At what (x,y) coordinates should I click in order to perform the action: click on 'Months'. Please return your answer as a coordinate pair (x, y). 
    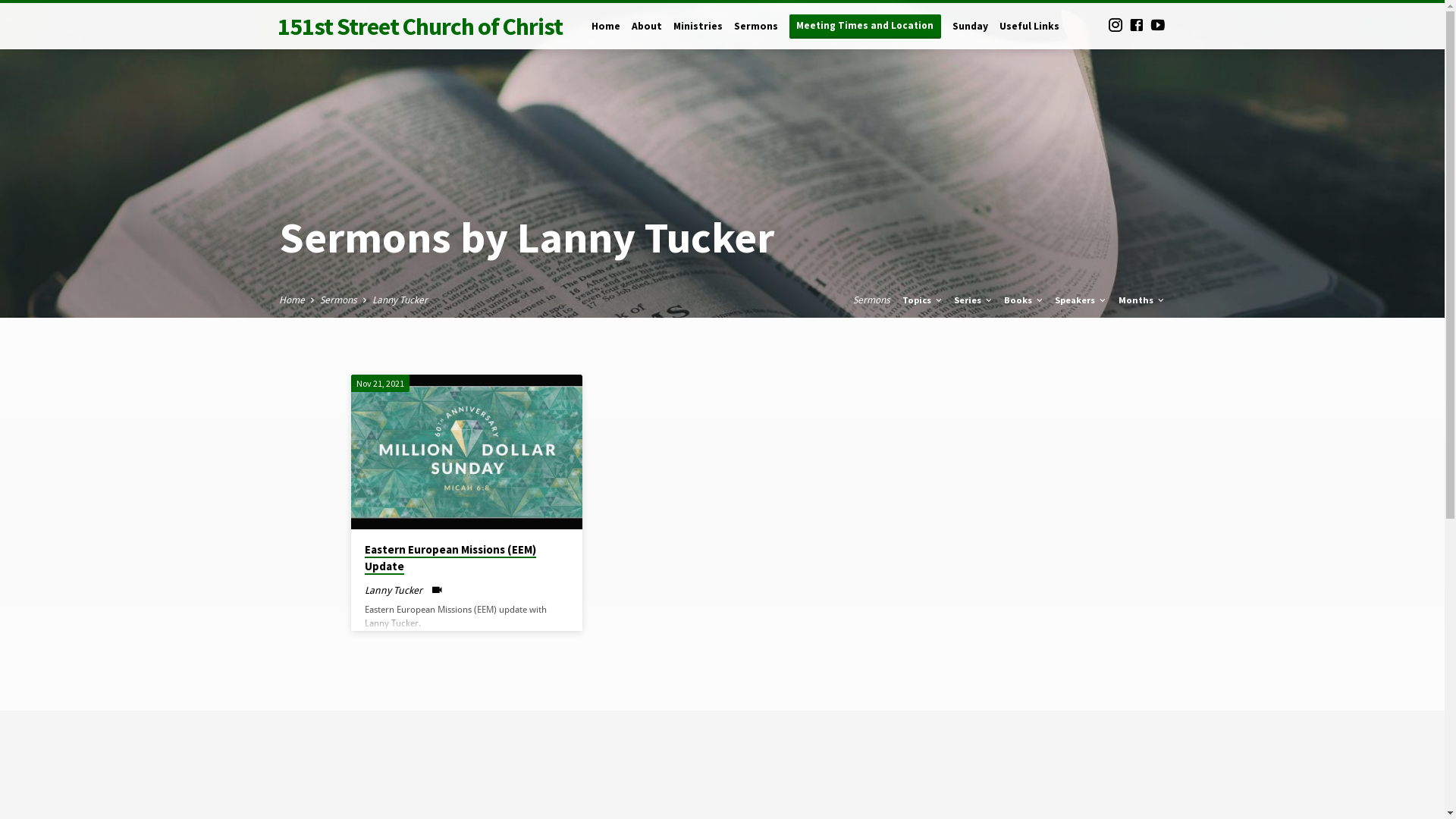
    Looking at the image, I should click on (1141, 300).